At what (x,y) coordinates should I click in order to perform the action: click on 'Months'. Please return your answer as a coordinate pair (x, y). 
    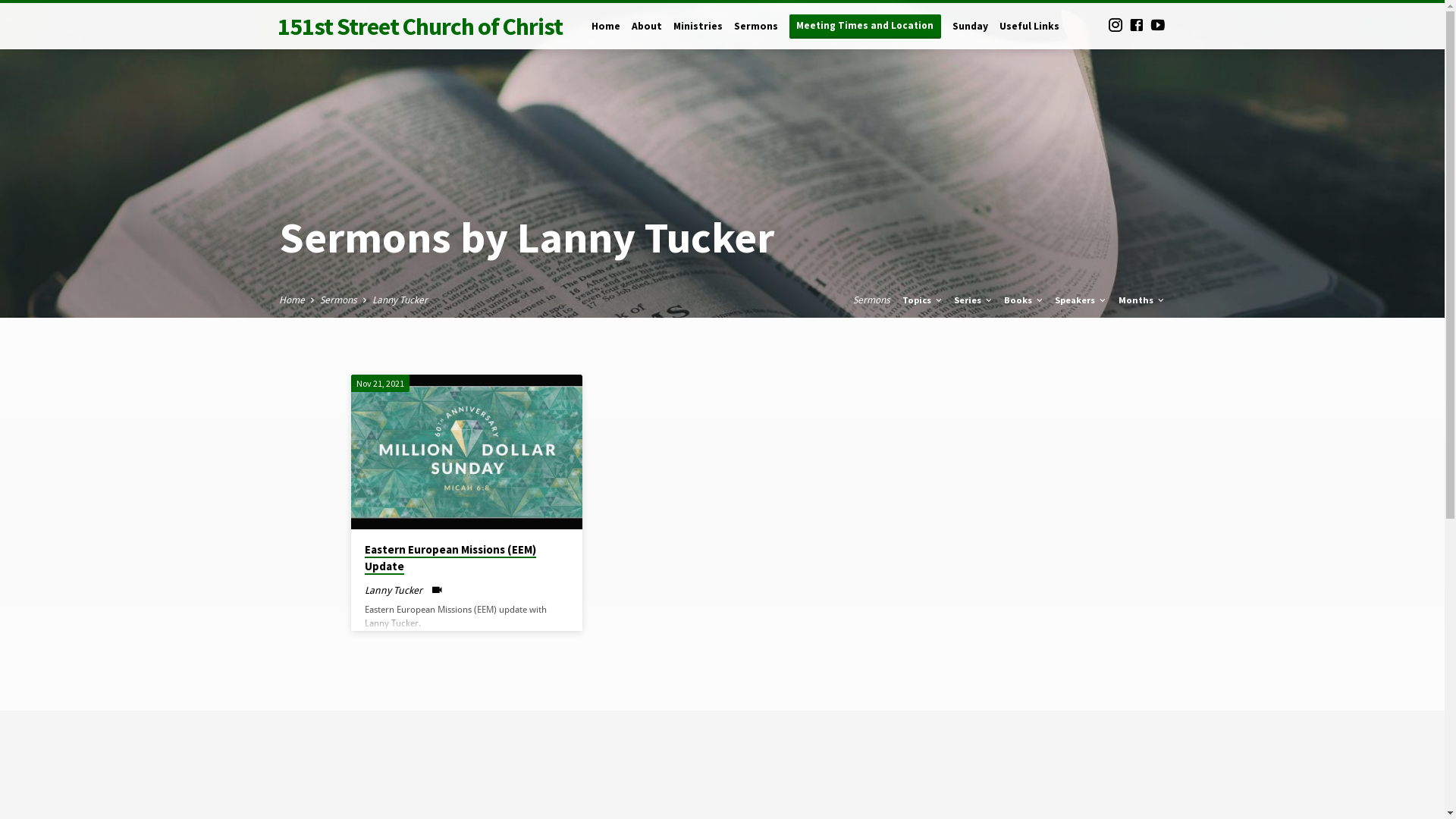
    Looking at the image, I should click on (1141, 300).